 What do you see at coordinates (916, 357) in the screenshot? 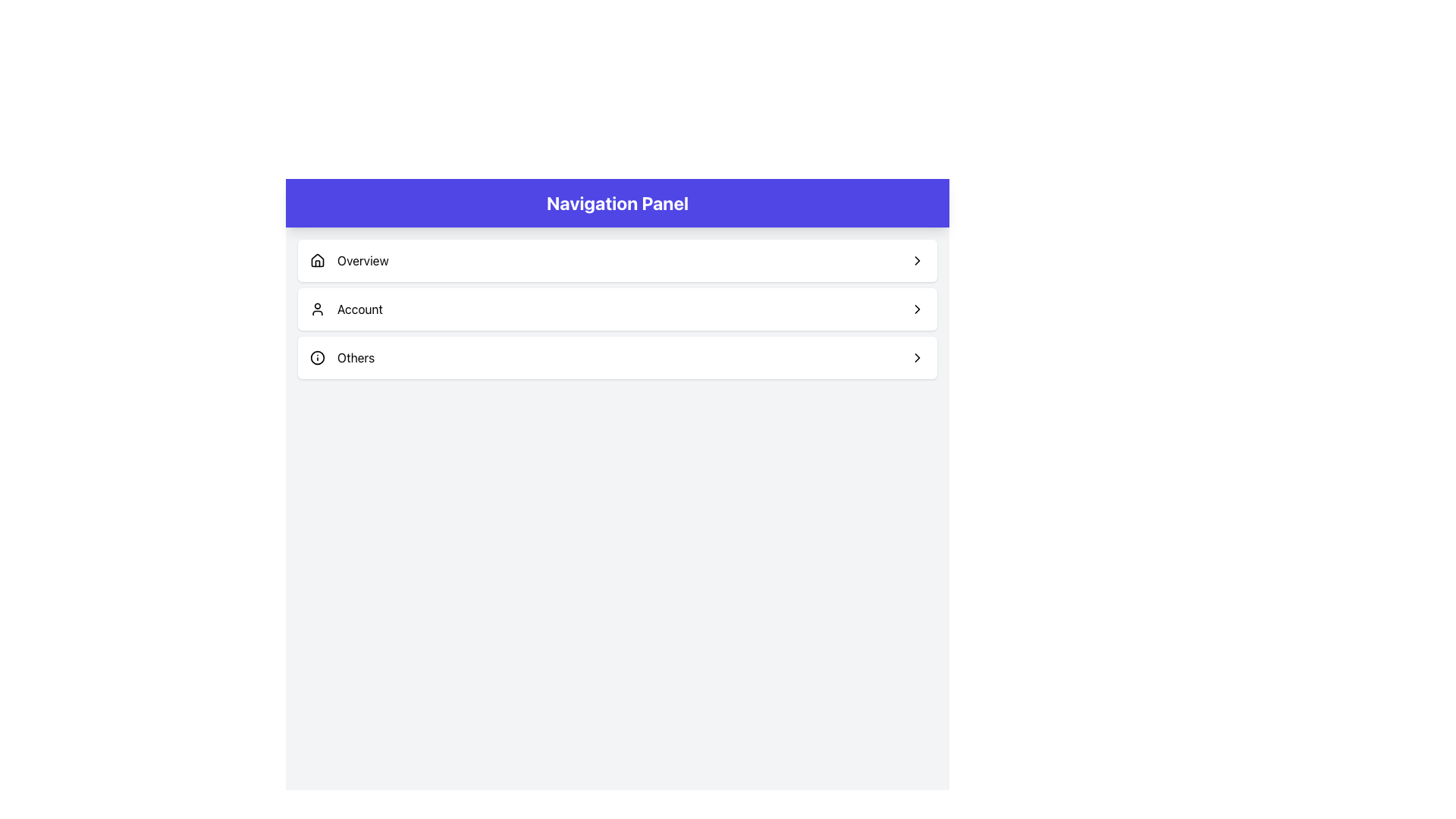
I see `the chevron icon located to the far-right of the 'Others' navigation option` at bounding box center [916, 357].